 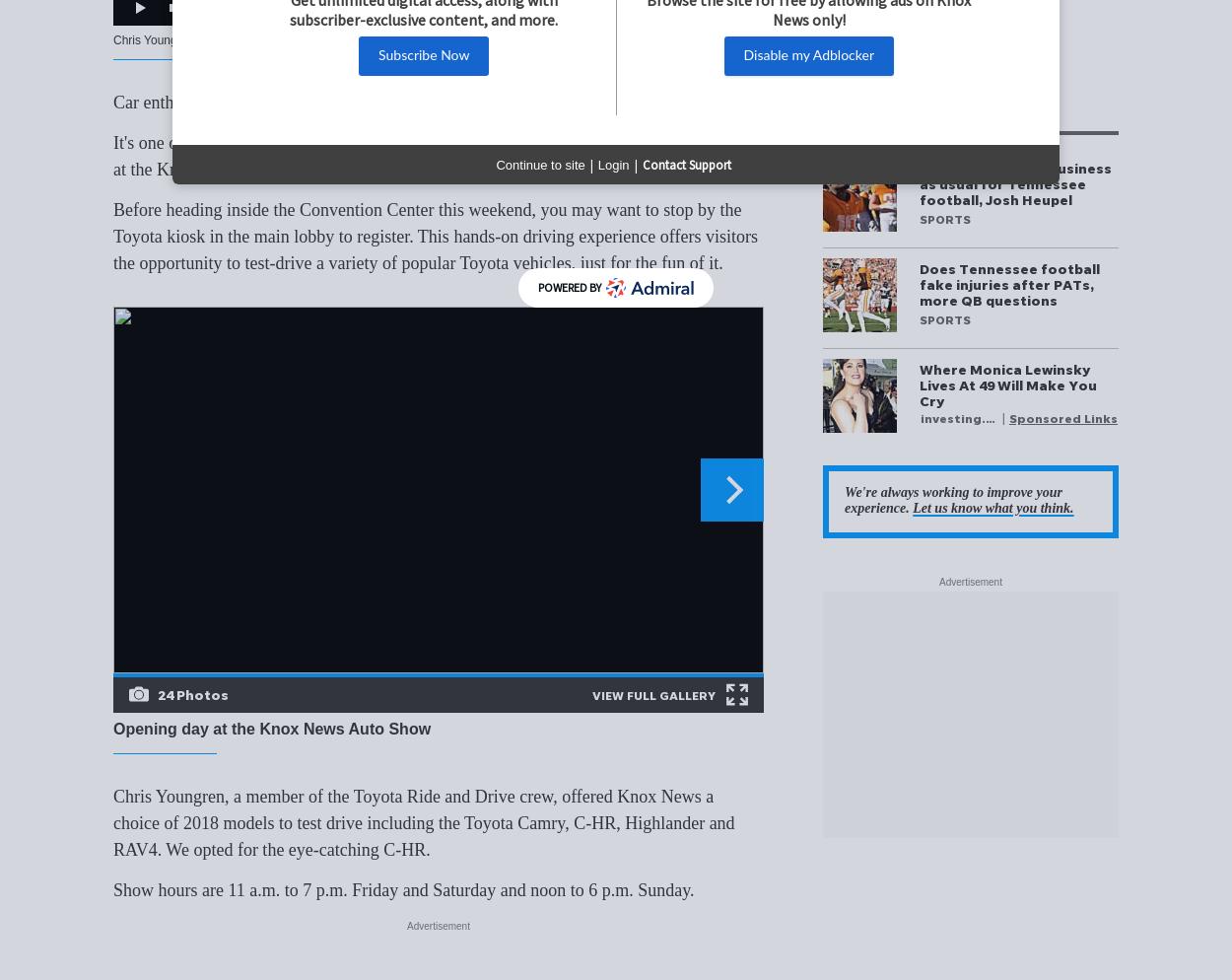 I want to click on 'Powered By', so click(x=569, y=287).